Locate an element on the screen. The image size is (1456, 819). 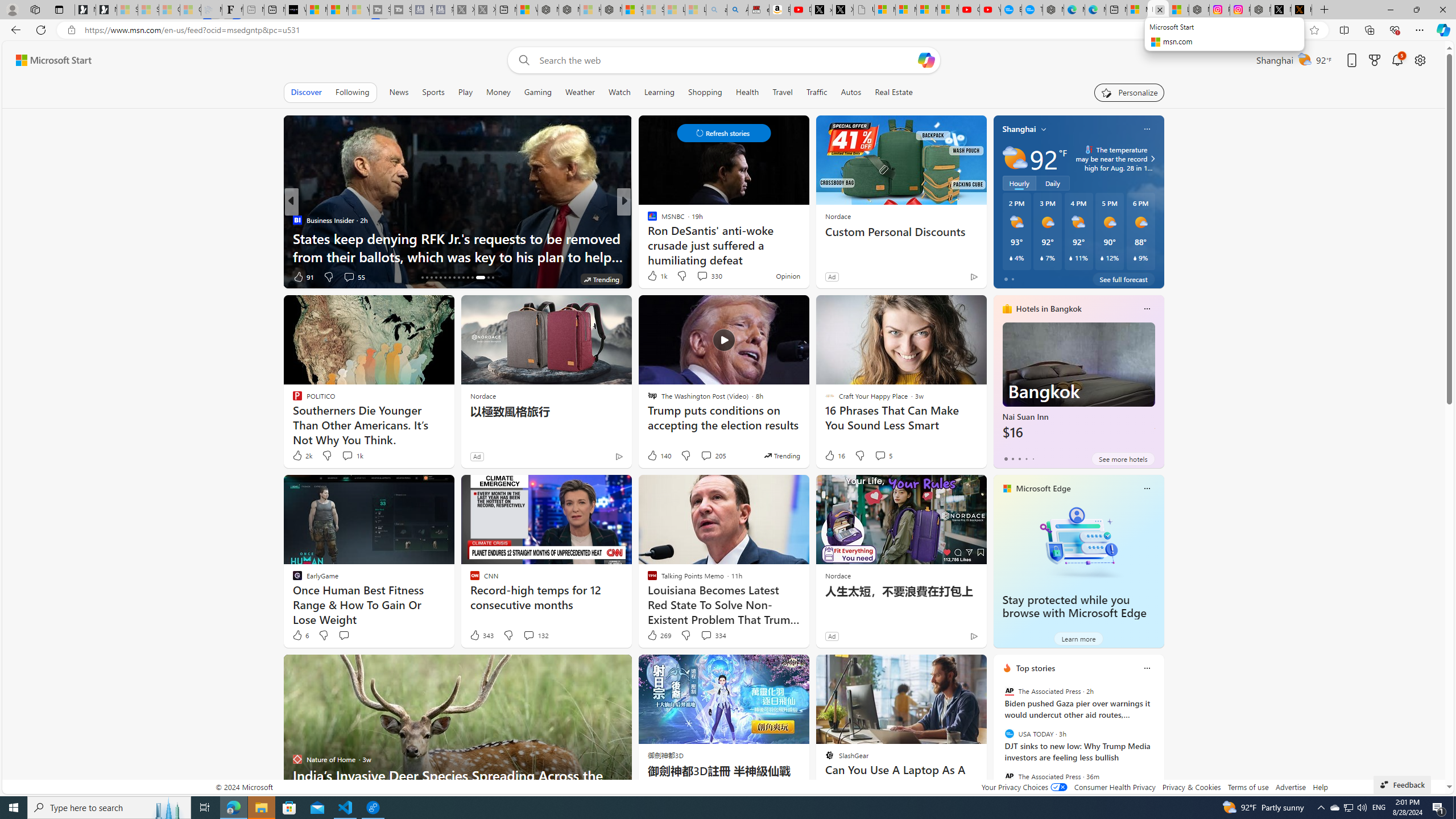
'Travel' is located at coordinates (782, 92).